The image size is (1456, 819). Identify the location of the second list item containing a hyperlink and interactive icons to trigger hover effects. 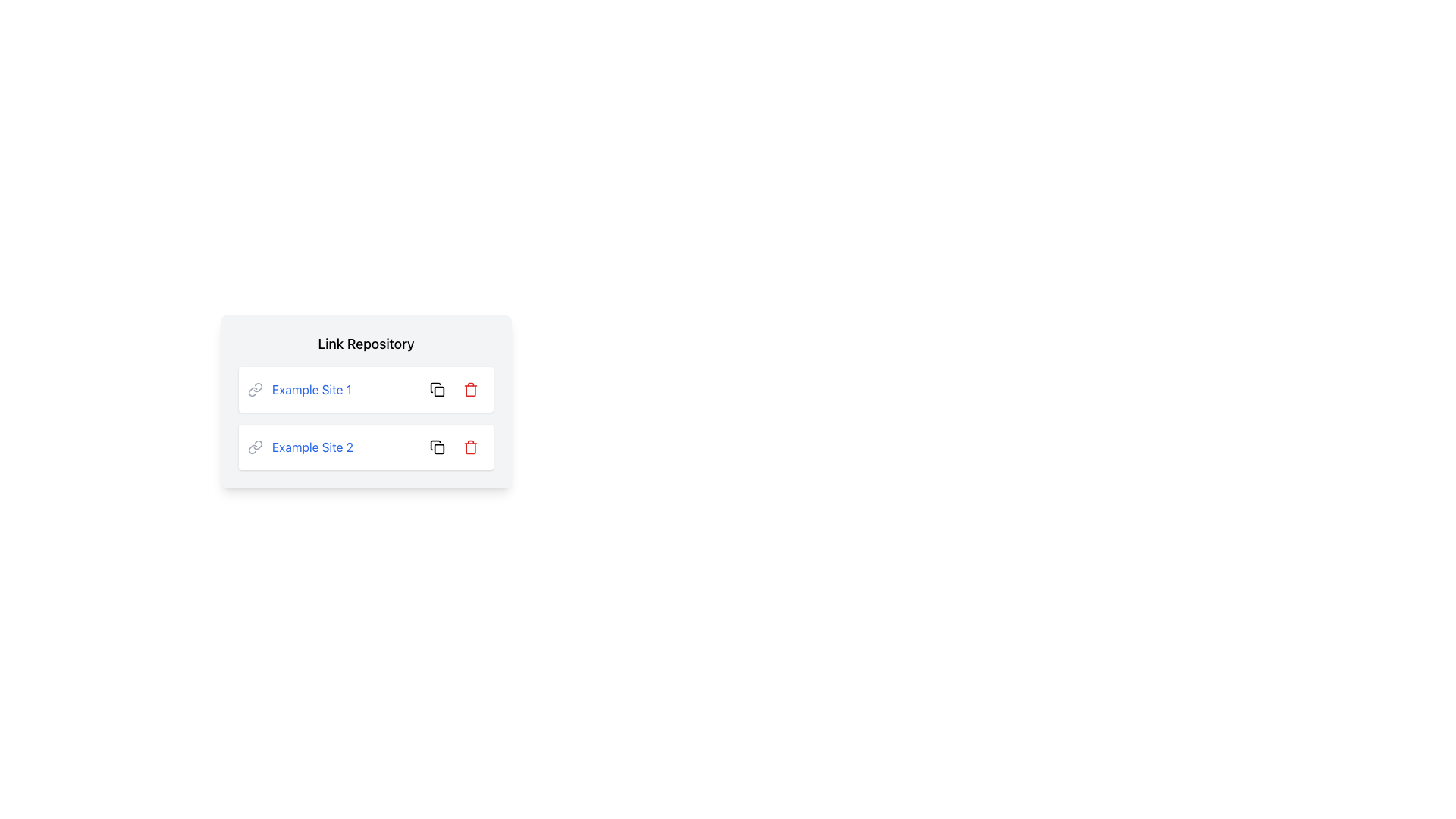
(366, 447).